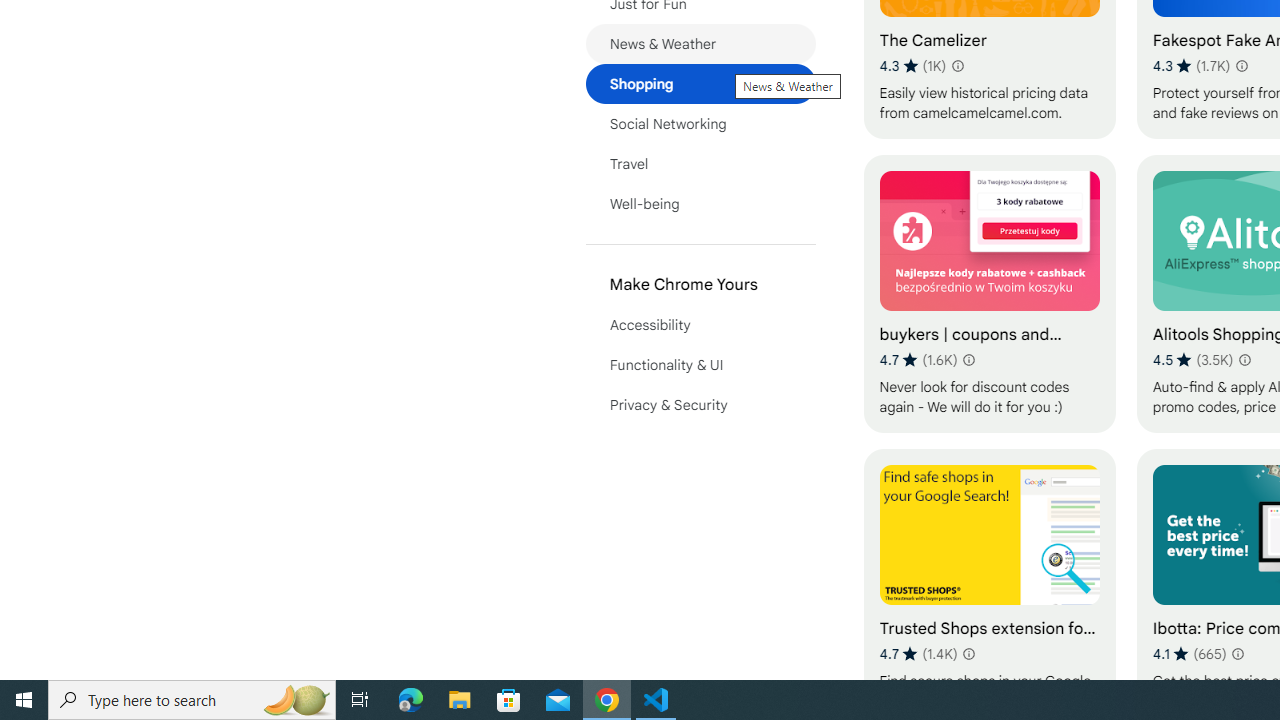 The image size is (1280, 720). I want to click on 'Accessibility', so click(700, 324).